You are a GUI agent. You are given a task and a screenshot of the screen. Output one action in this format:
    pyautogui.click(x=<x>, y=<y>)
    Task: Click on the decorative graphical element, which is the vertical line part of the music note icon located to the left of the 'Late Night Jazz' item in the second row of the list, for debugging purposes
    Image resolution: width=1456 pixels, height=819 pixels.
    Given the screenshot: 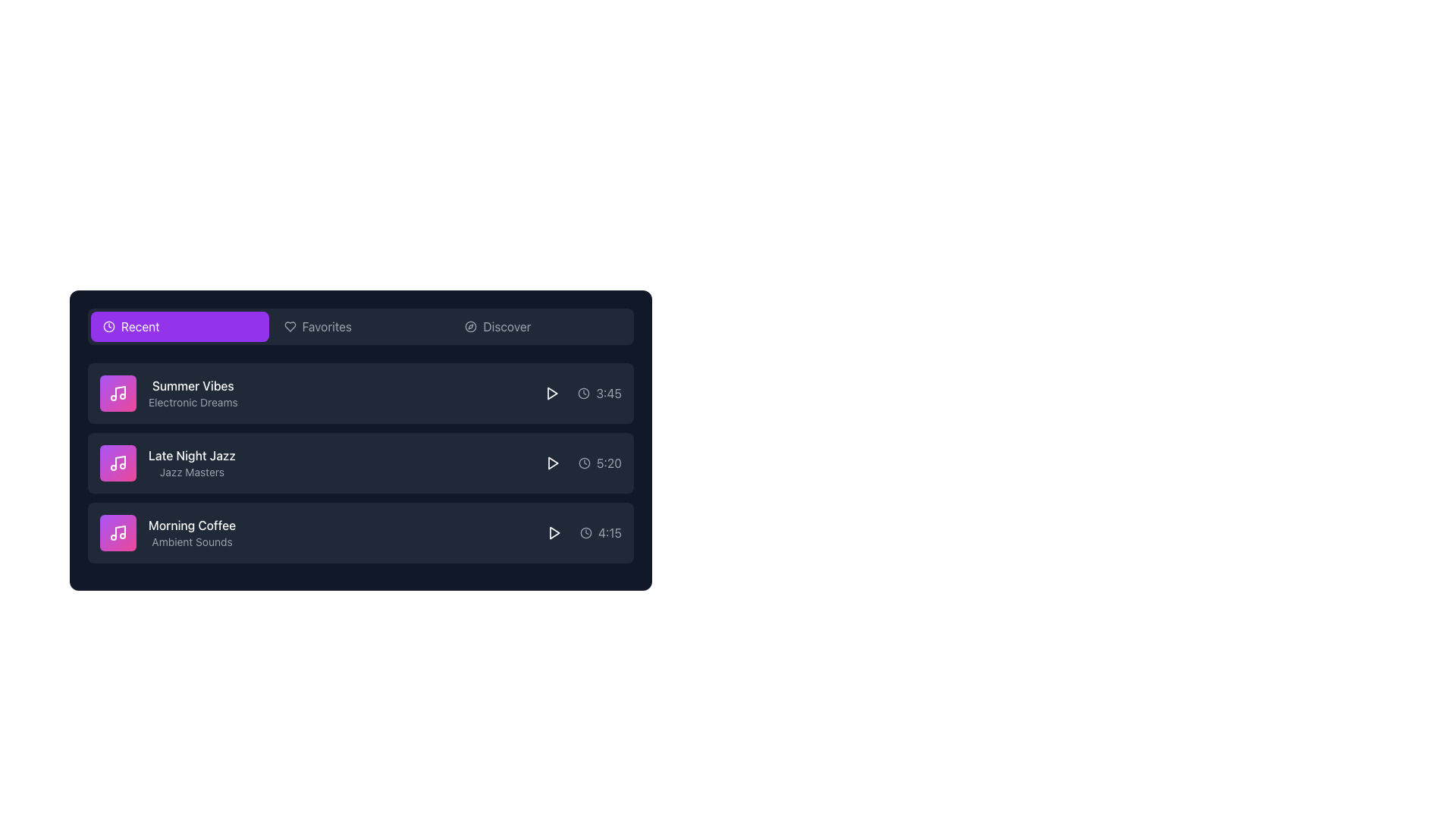 What is the action you would take?
    pyautogui.click(x=119, y=461)
    